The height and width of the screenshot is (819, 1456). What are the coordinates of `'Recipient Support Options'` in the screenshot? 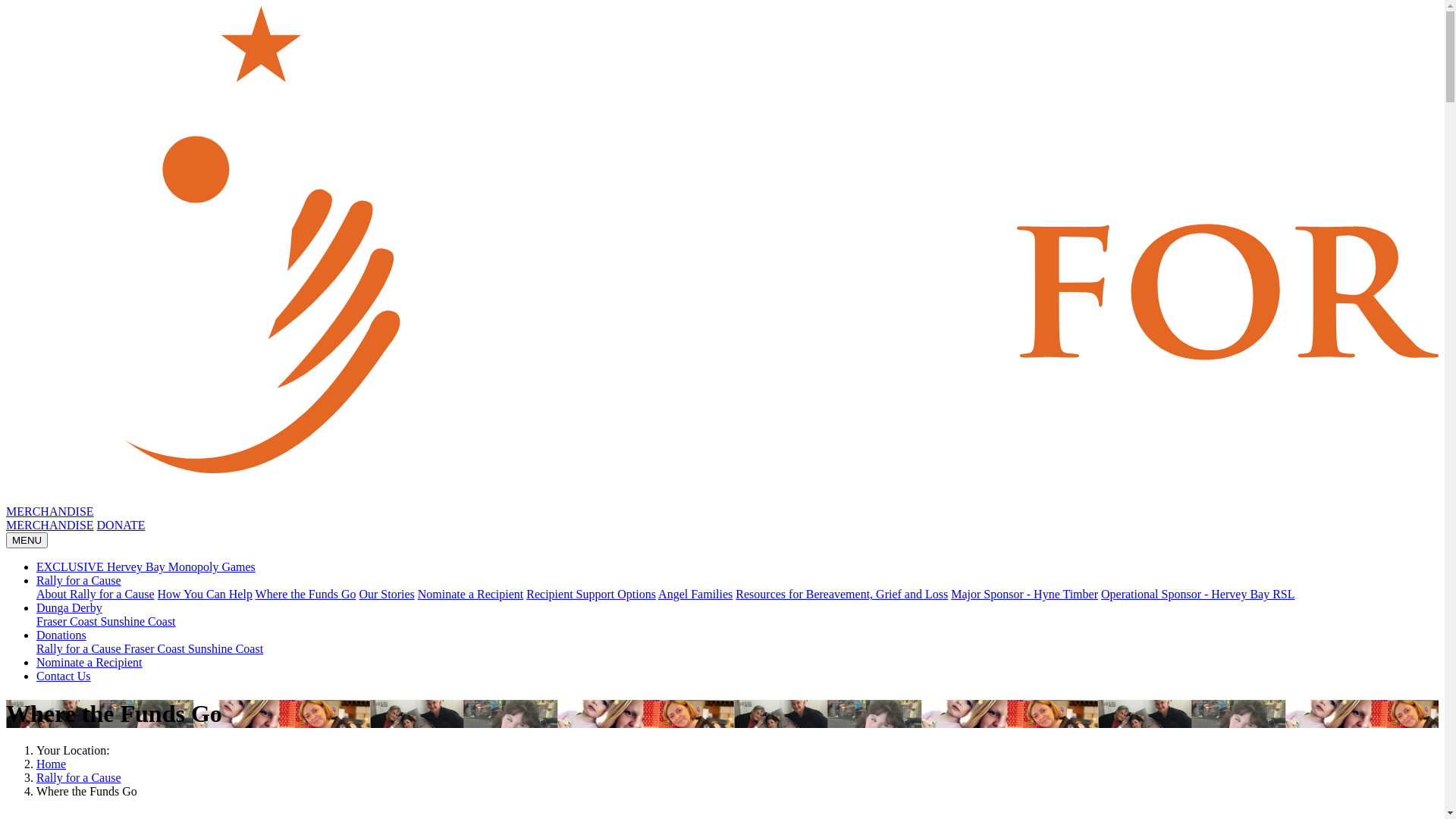 It's located at (590, 593).